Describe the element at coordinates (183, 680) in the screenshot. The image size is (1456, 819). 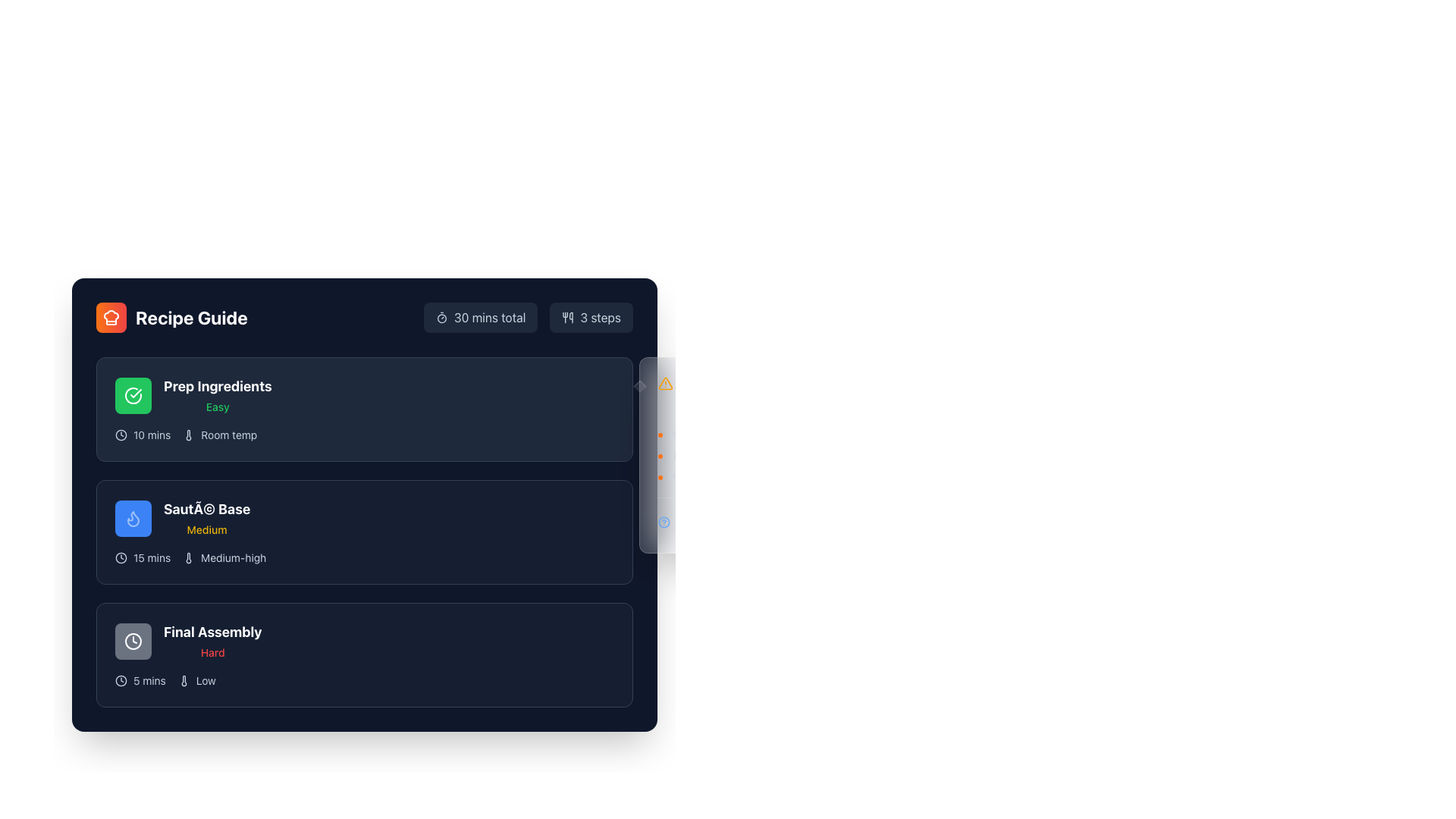
I see `the low temperature setting icon located in the 'Final Assembly' row, near the bottom left of the 'Low' text within the gray difficulty level indicator box` at that location.